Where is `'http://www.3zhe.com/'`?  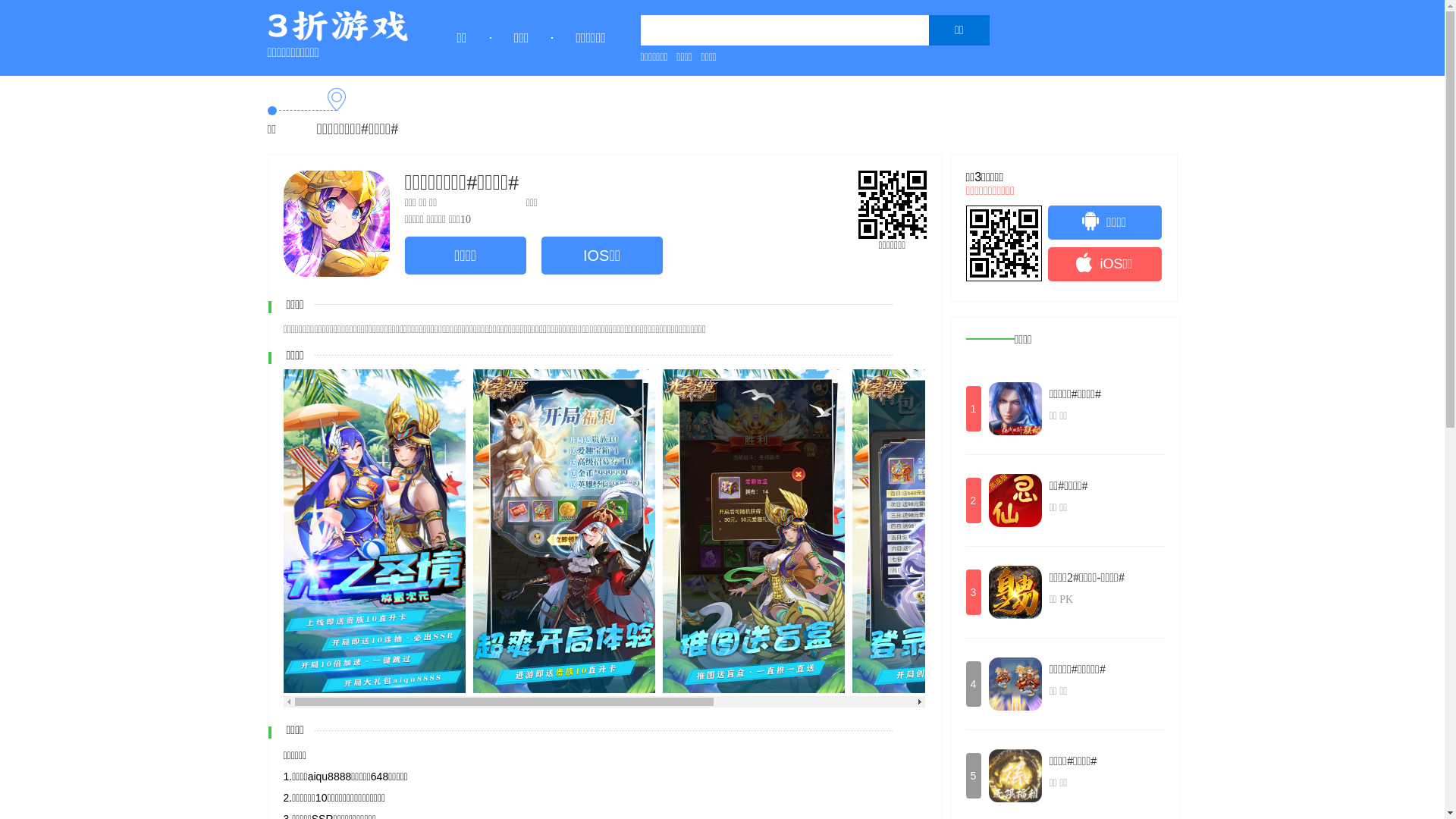 'http://www.3zhe.com/' is located at coordinates (1004, 242).